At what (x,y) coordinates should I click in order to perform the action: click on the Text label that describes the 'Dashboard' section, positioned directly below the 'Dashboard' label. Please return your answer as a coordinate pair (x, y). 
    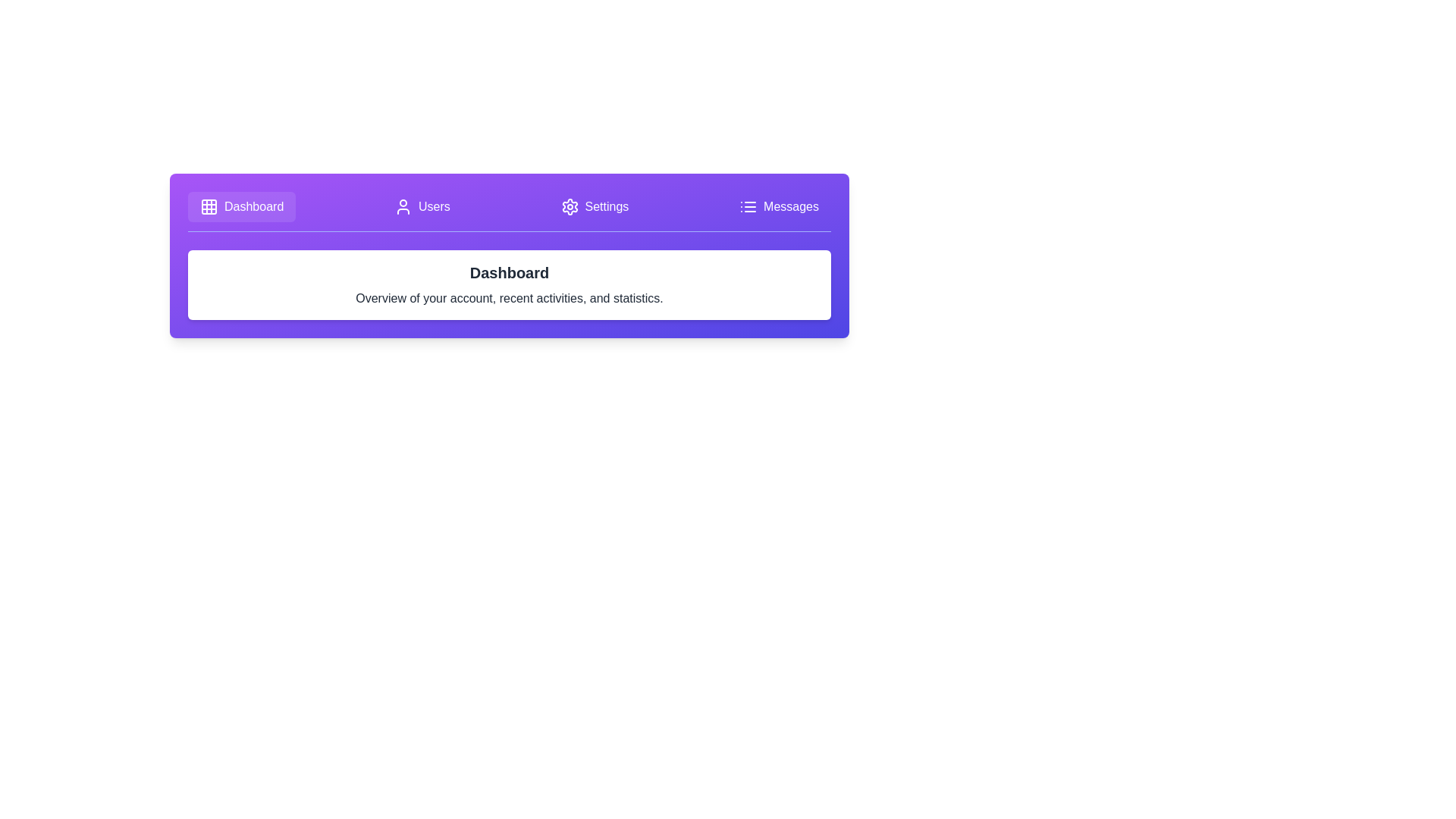
    Looking at the image, I should click on (510, 298).